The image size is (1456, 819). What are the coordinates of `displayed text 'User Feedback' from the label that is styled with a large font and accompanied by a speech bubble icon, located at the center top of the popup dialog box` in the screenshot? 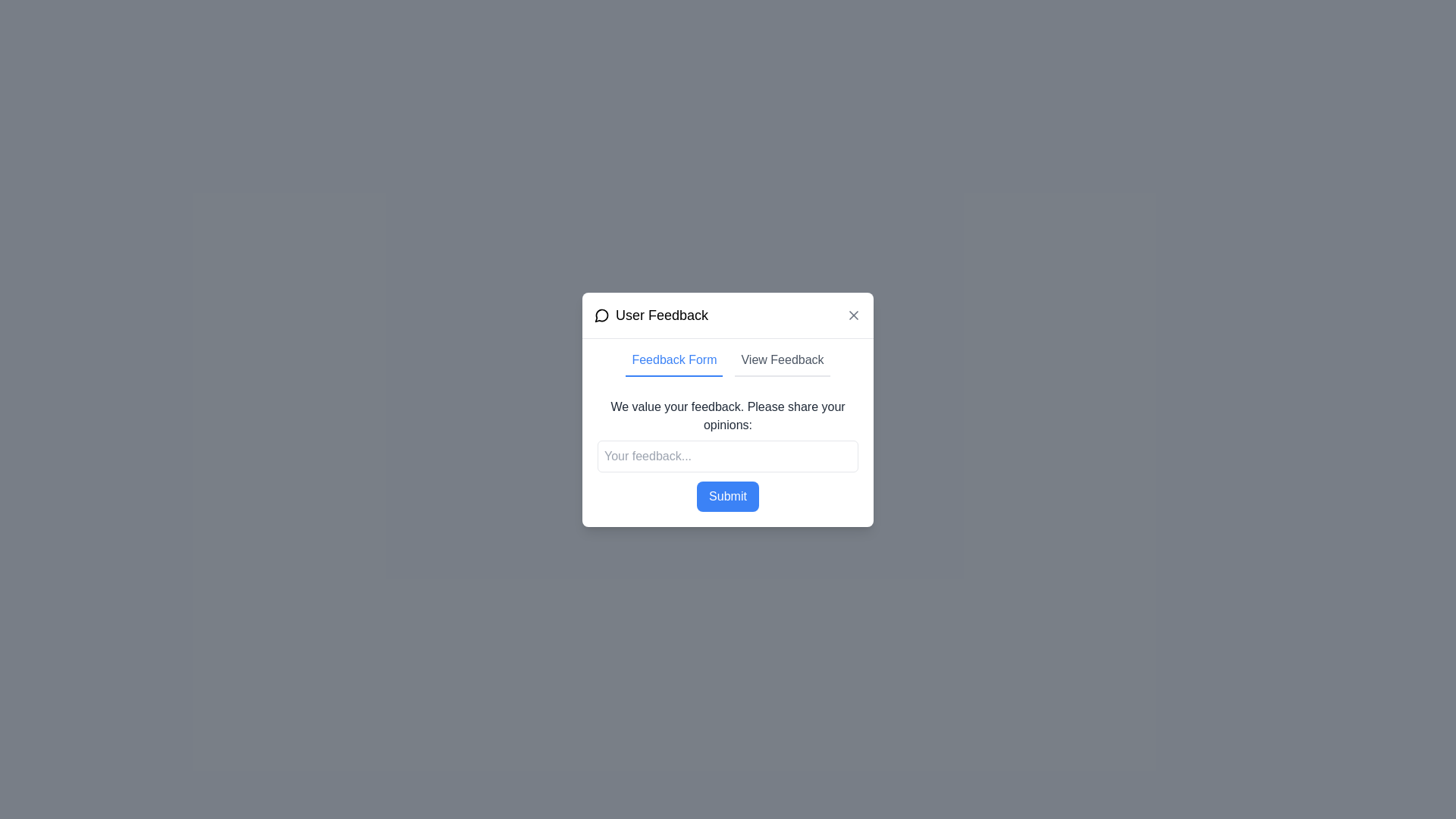 It's located at (651, 314).